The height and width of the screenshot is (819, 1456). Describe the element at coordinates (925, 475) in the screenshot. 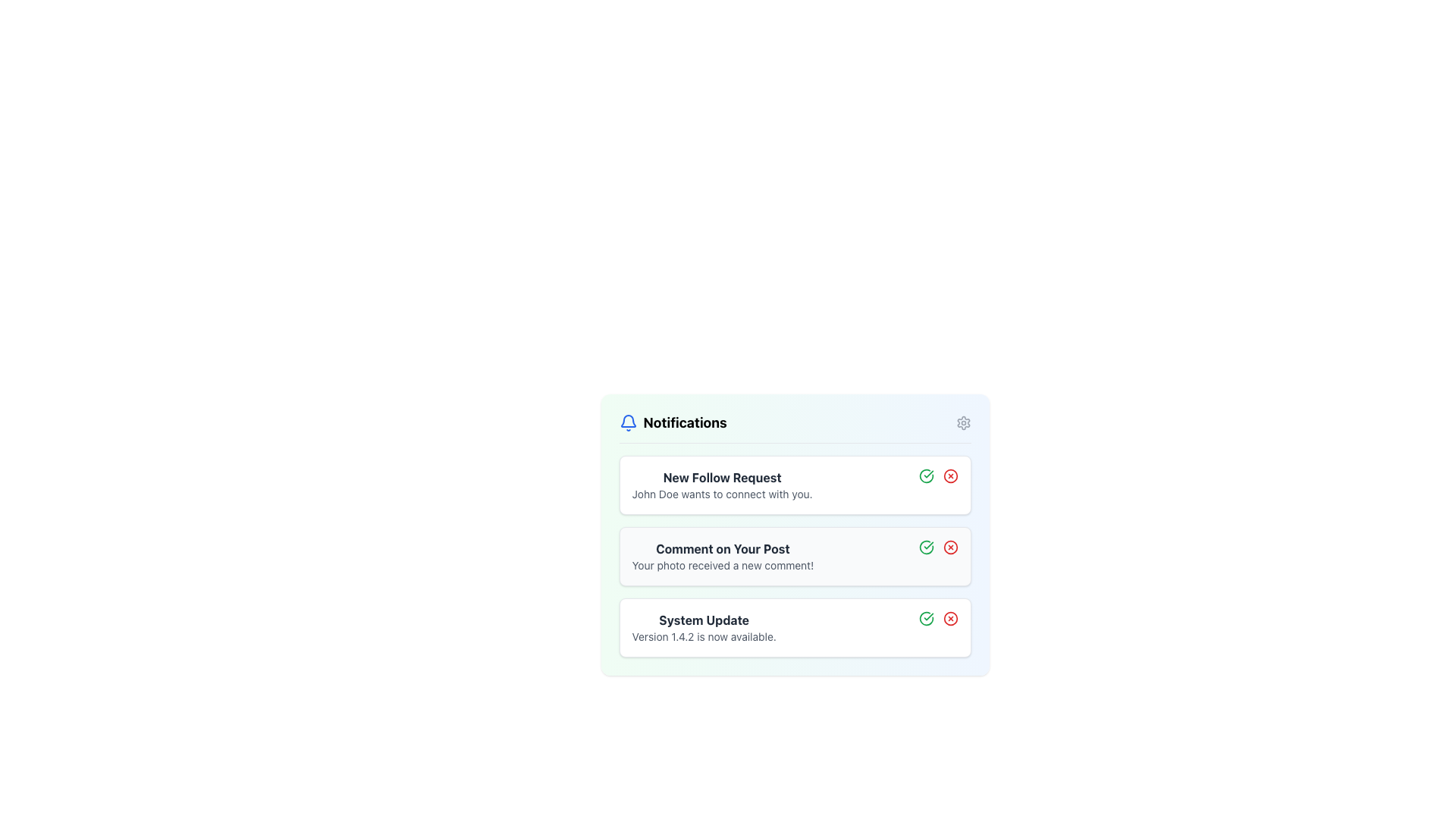

I see `the circular green icon button with a checkmark, located to the right of 'New Follow Request'` at that location.